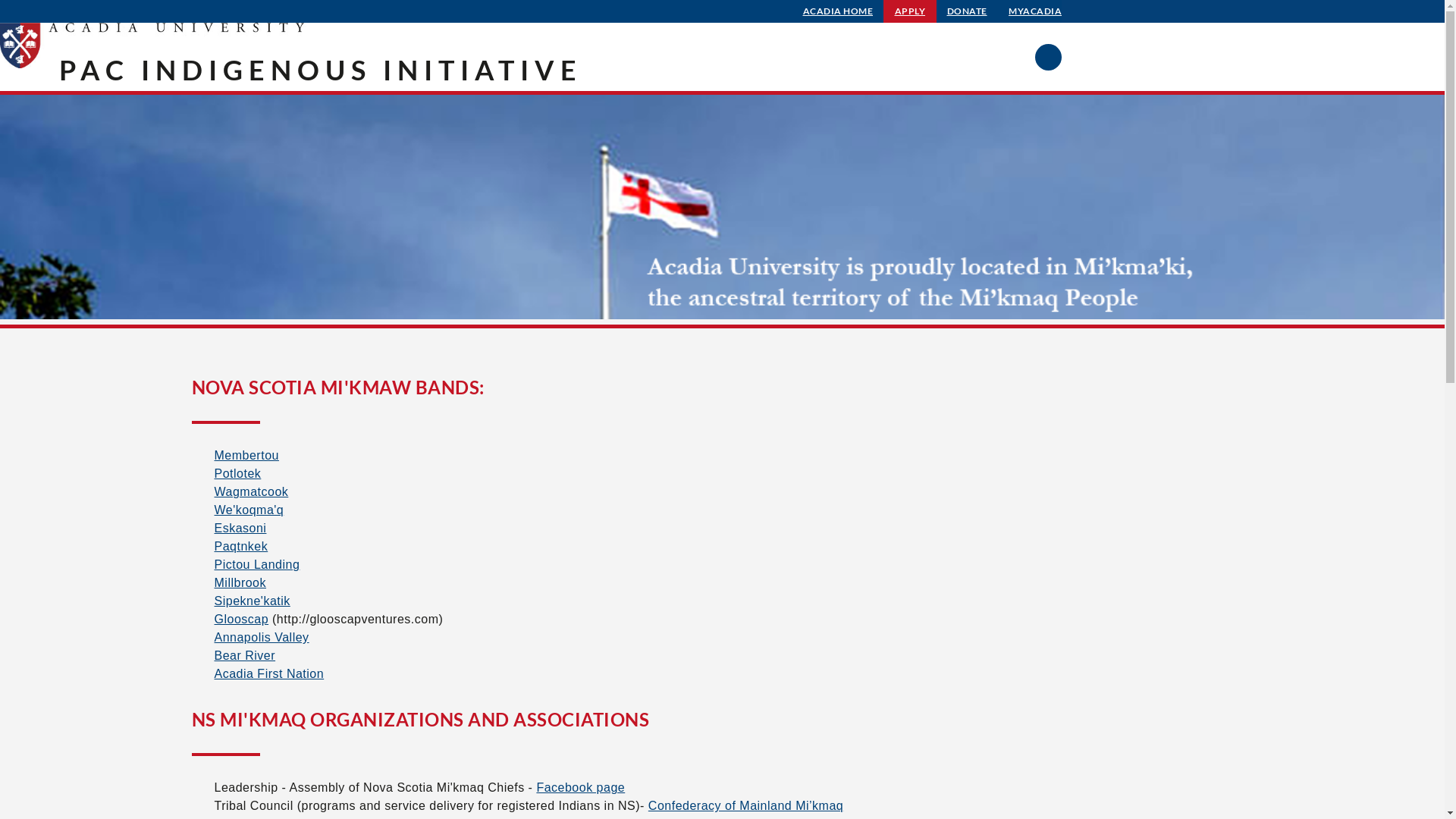  Describe the element at coordinates (240, 619) in the screenshot. I see `'Glooscap'` at that location.